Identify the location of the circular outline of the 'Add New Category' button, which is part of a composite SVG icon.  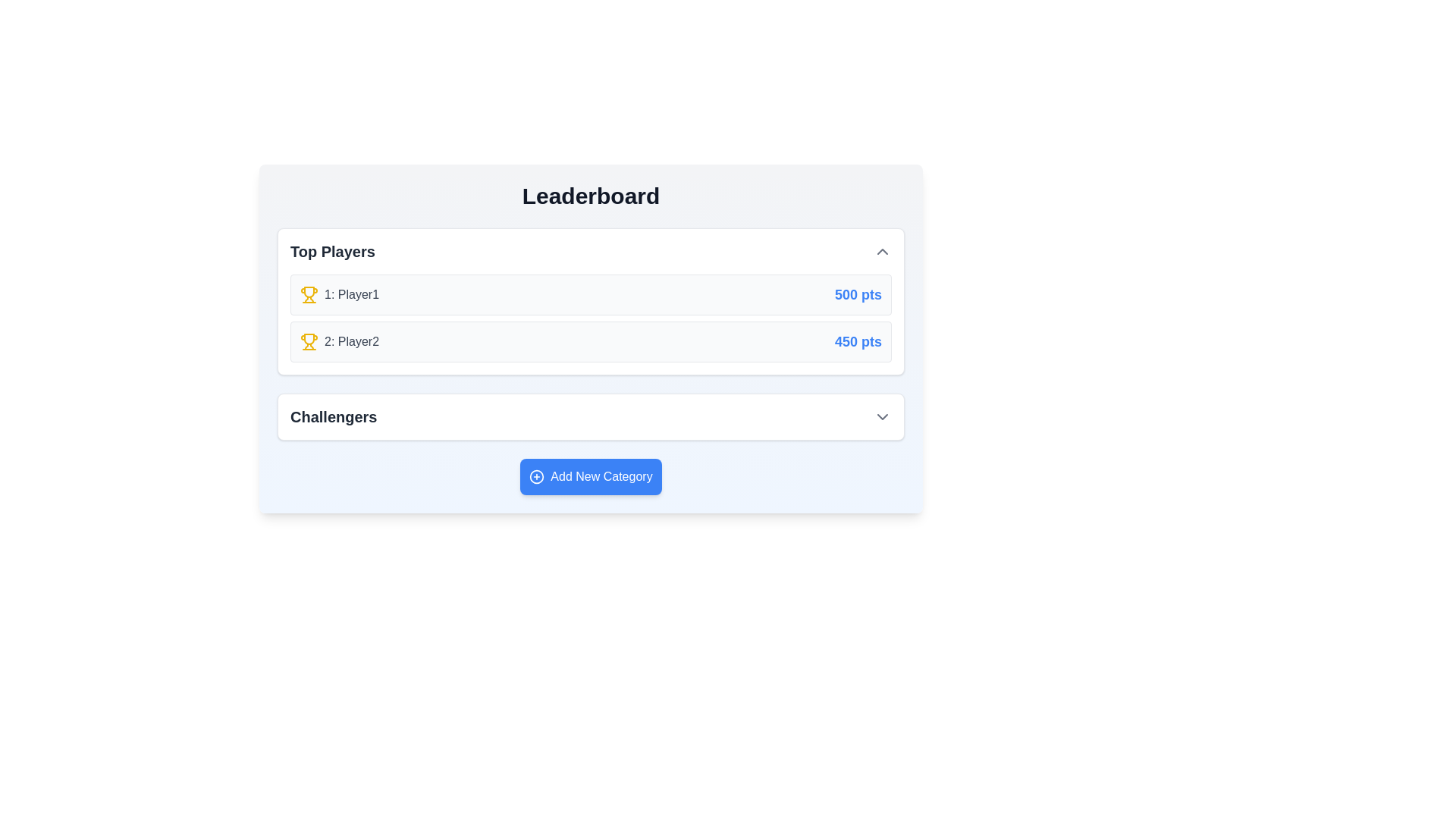
(537, 475).